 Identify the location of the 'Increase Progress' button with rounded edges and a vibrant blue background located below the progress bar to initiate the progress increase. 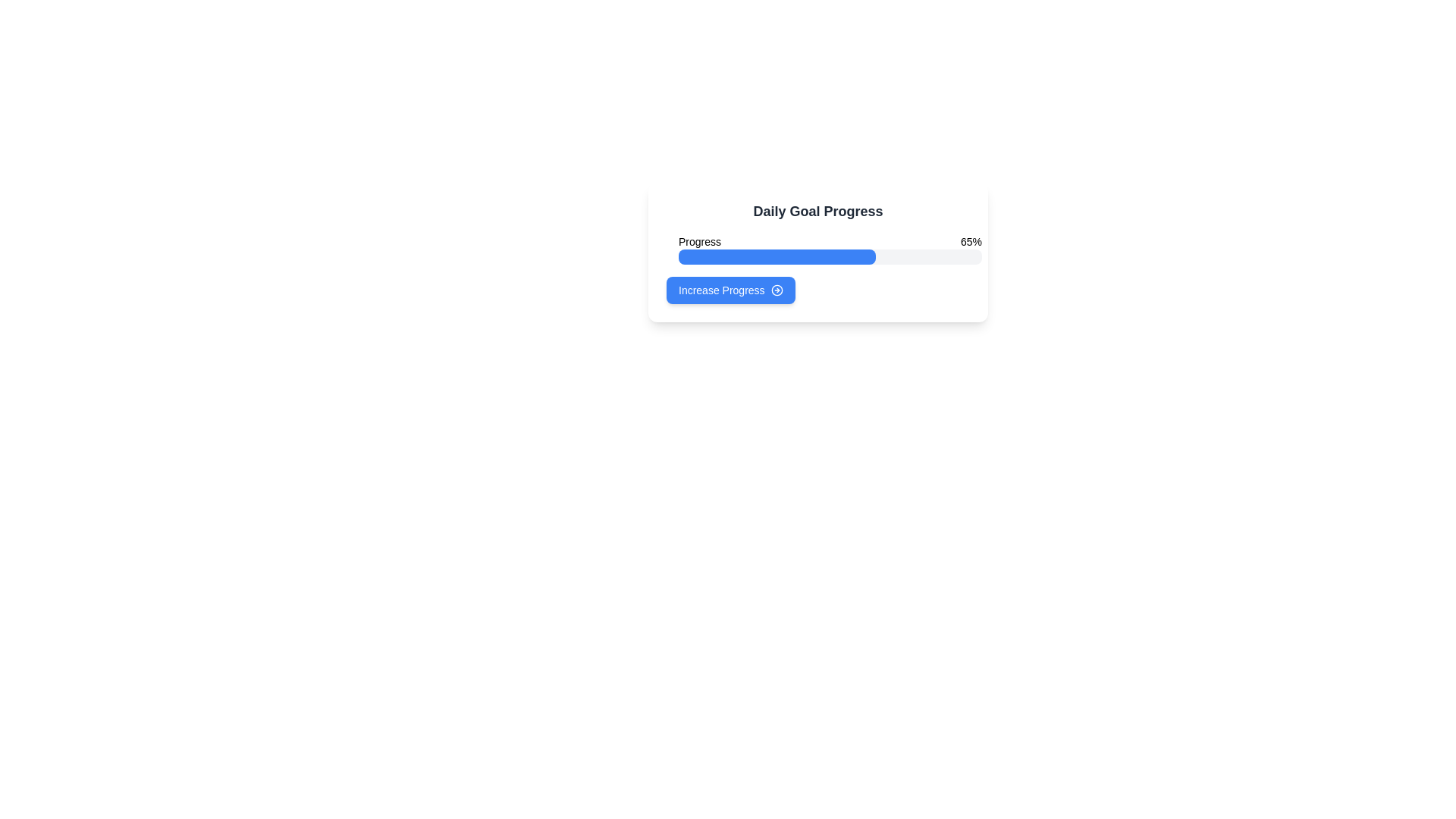
(730, 290).